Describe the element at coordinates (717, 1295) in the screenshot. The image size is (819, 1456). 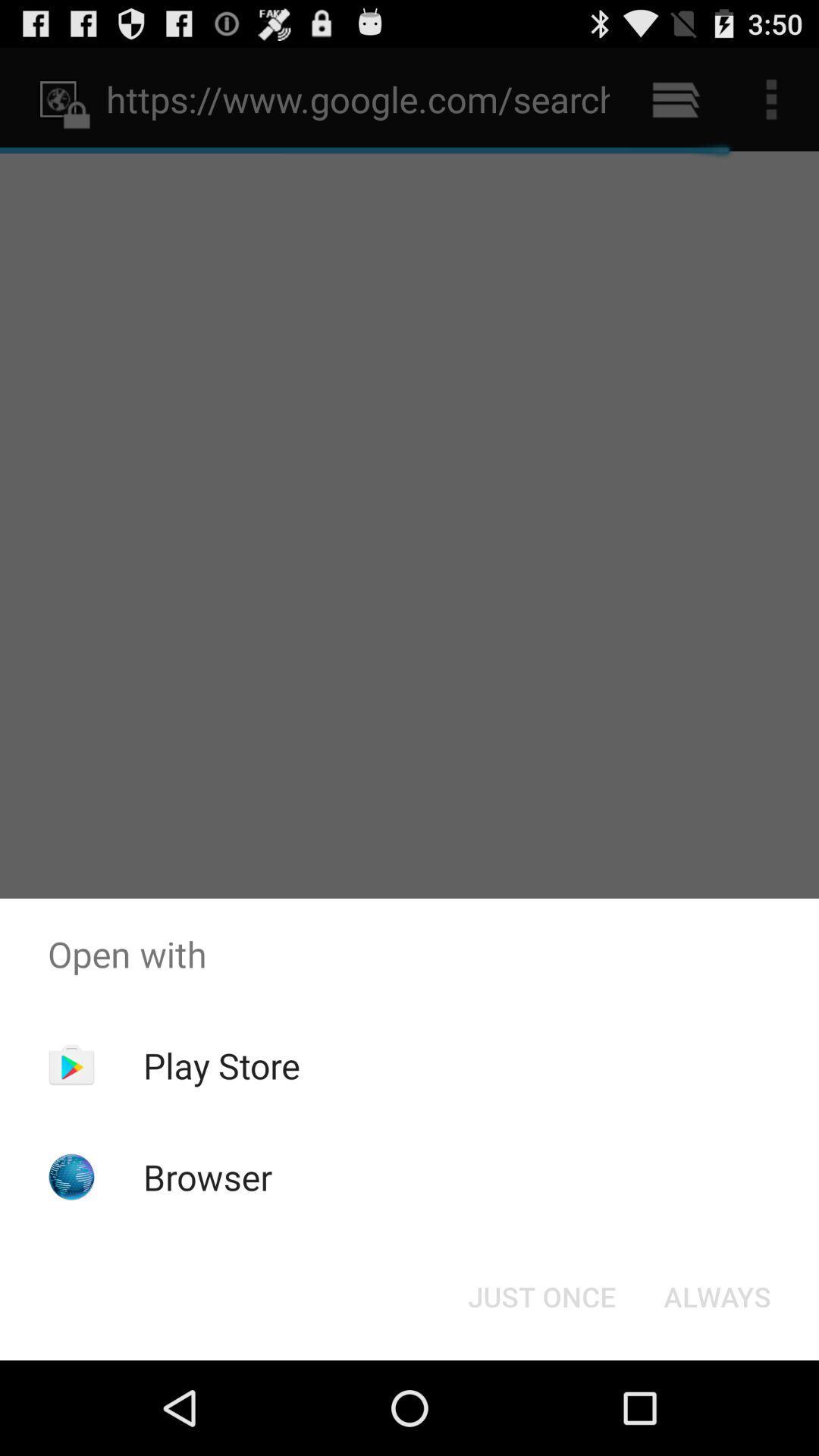
I see `always at the bottom right corner` at that location.